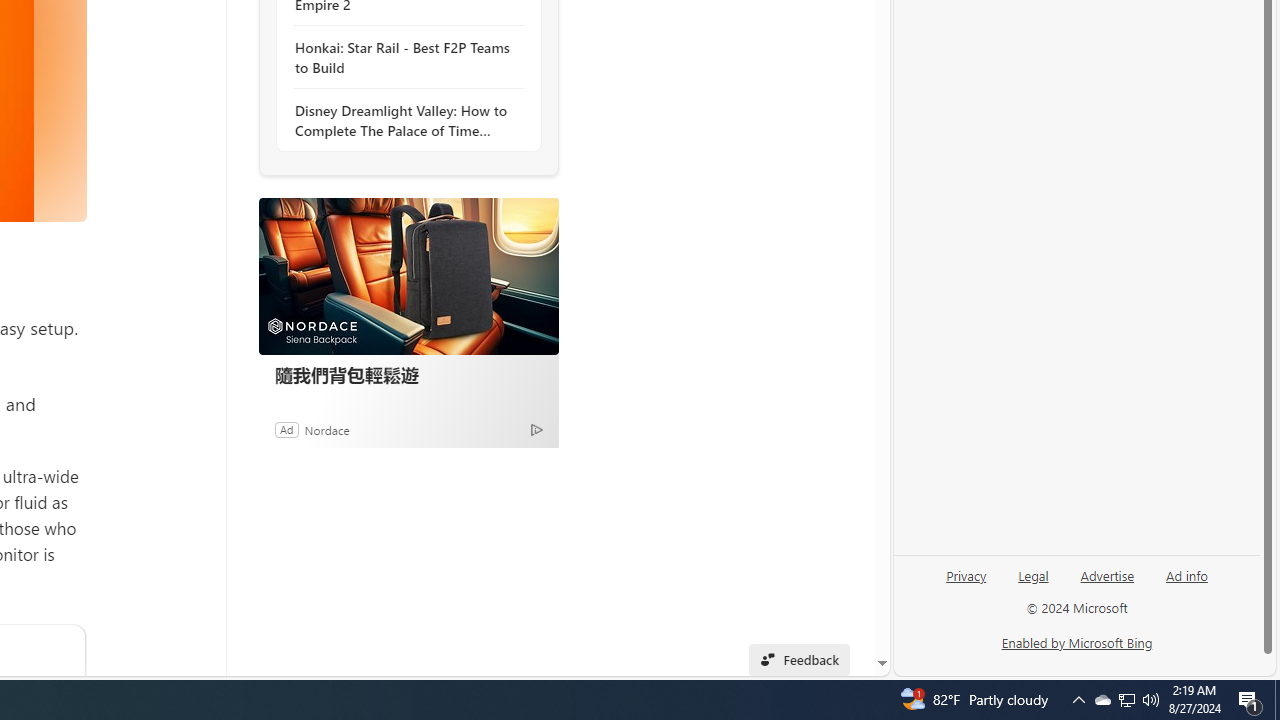 The width and height of the screenshot is (1280, 720). What do you see at coordinates (1033, 574) in the screenshot?
I see `'Legal'` at bounding box center [1033, 574].